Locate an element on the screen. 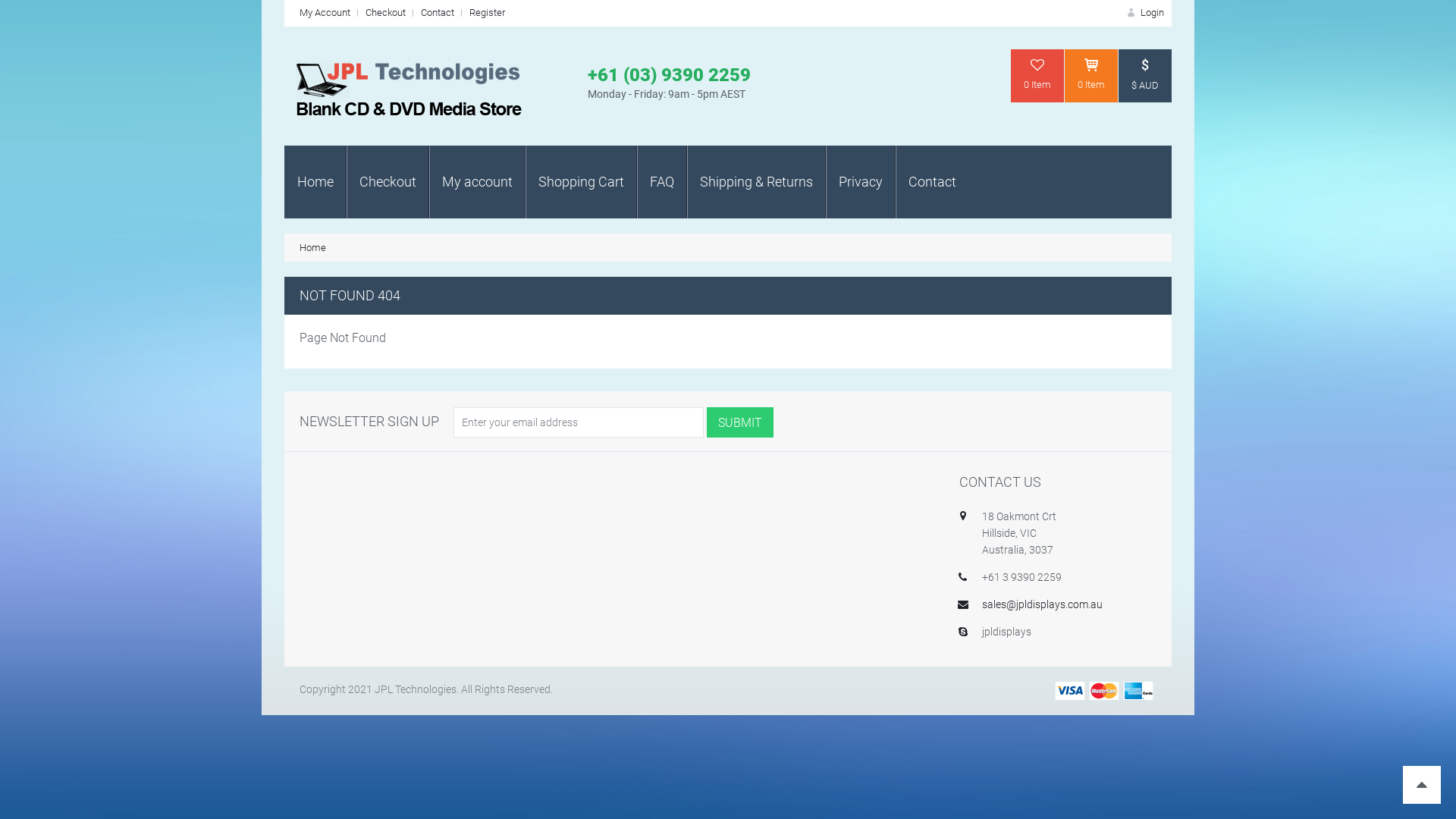  'Login' is located at coordinates (1125, 12).